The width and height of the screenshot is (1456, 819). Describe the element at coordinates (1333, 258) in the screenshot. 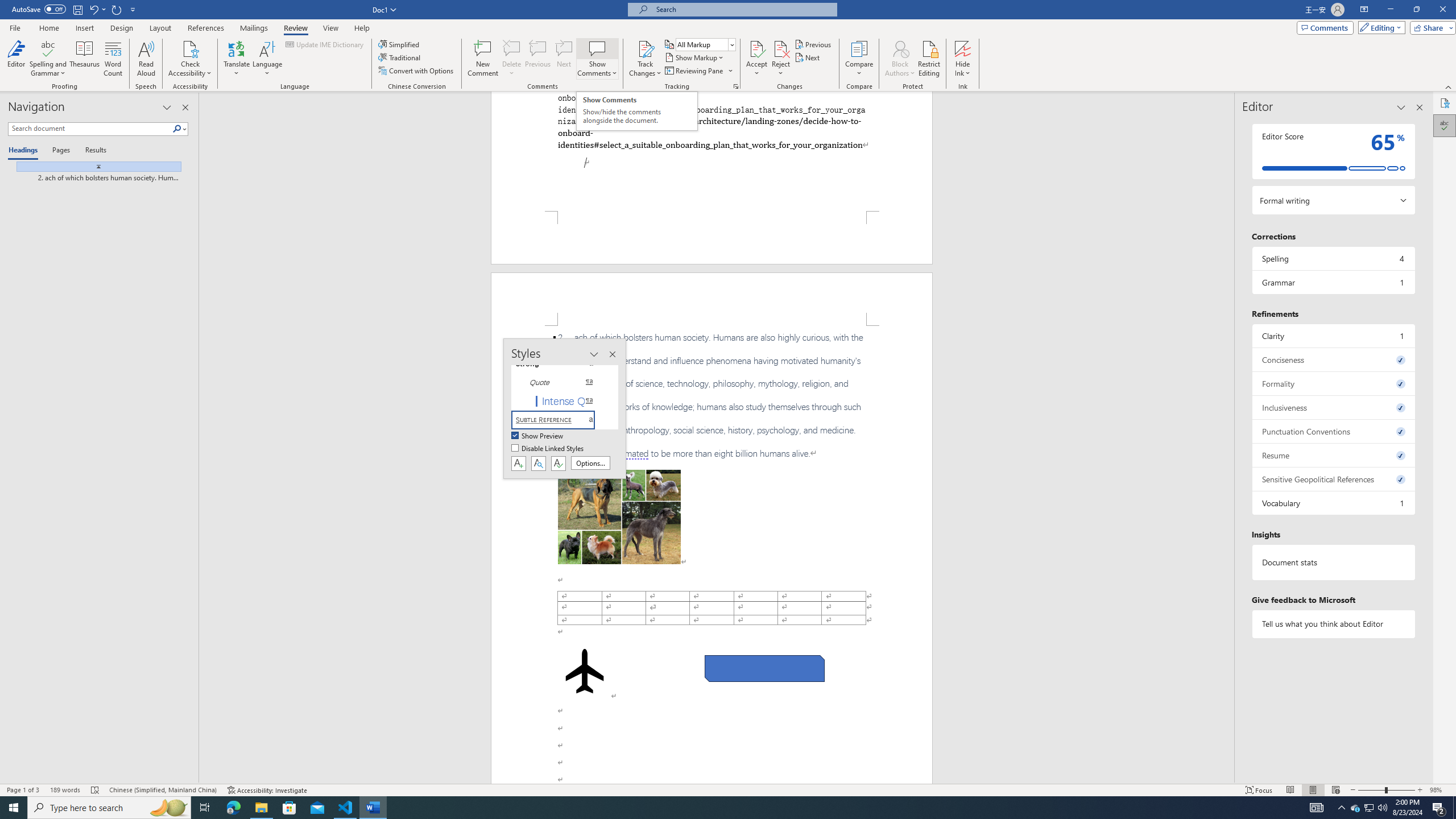

I see `'Spelling, 4 issues. Press space or enter to review items.'` at that location.